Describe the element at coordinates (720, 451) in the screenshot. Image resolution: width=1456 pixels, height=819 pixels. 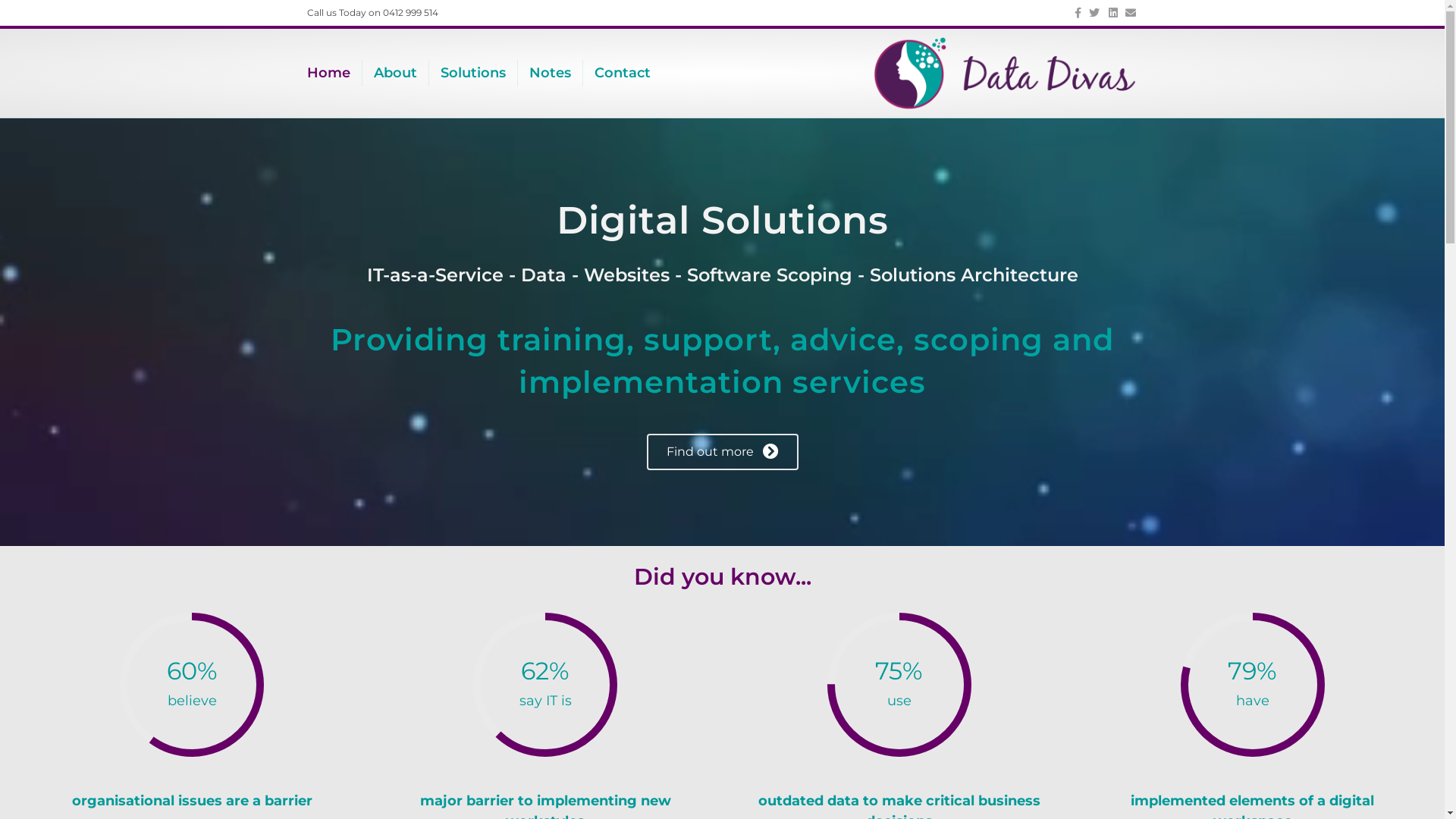
I see `'Find out more'` at that location.